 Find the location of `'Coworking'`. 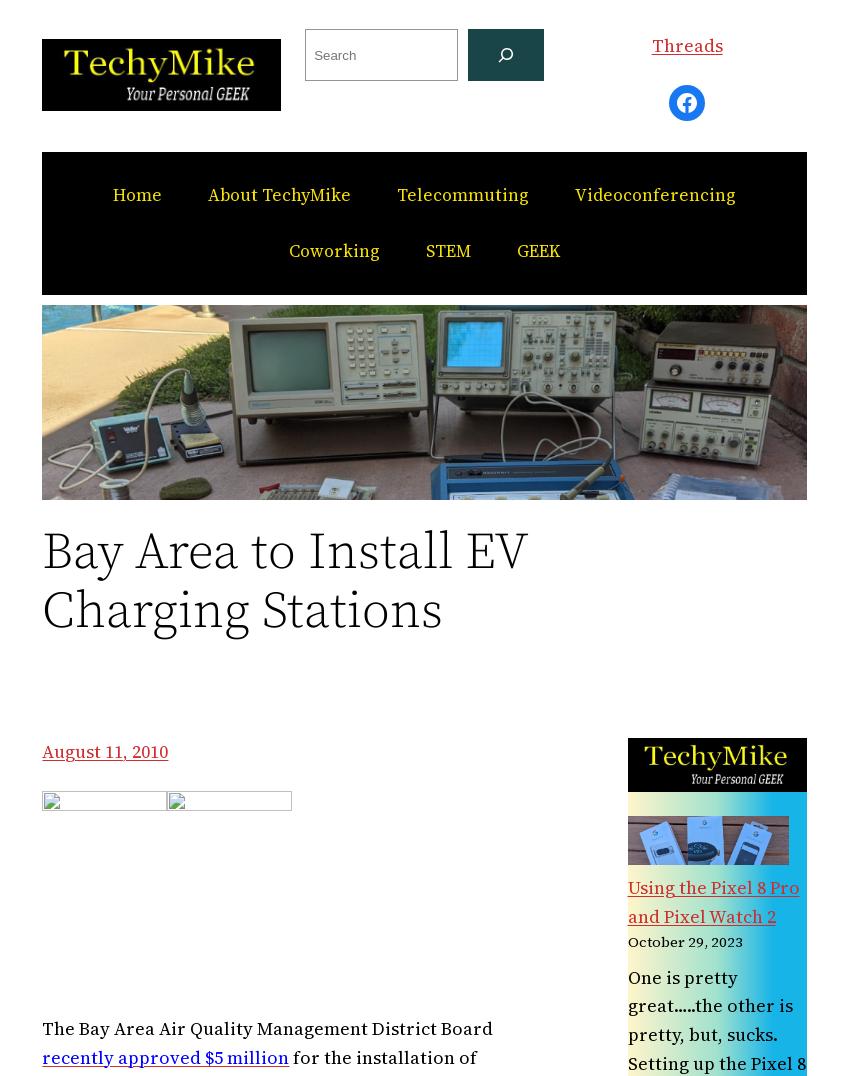

'Coworking' is located at coordinates (334, 251).